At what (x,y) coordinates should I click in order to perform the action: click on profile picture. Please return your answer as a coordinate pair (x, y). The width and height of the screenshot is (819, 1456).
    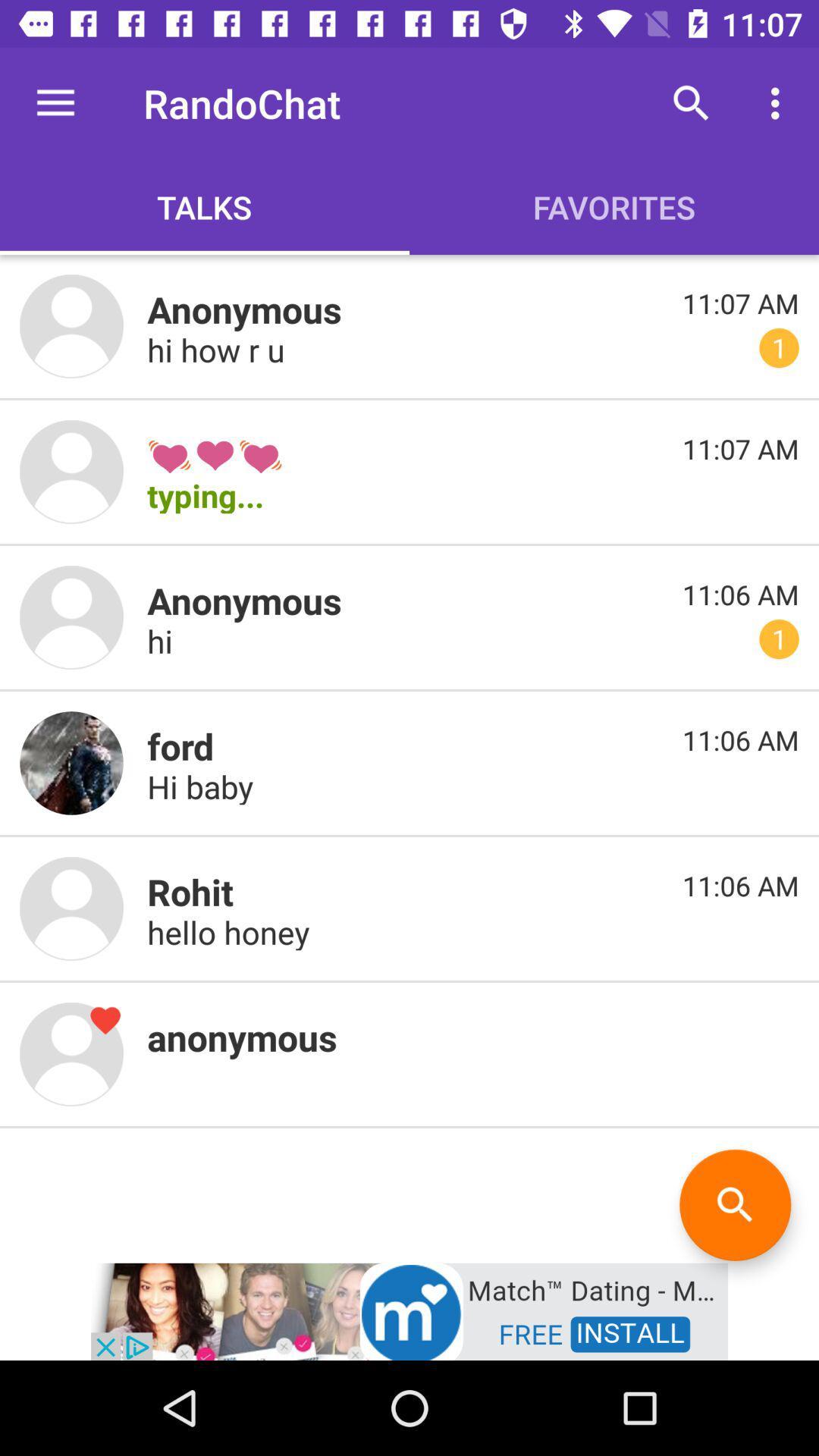
    Looking at the image, I should click on (71, 763).